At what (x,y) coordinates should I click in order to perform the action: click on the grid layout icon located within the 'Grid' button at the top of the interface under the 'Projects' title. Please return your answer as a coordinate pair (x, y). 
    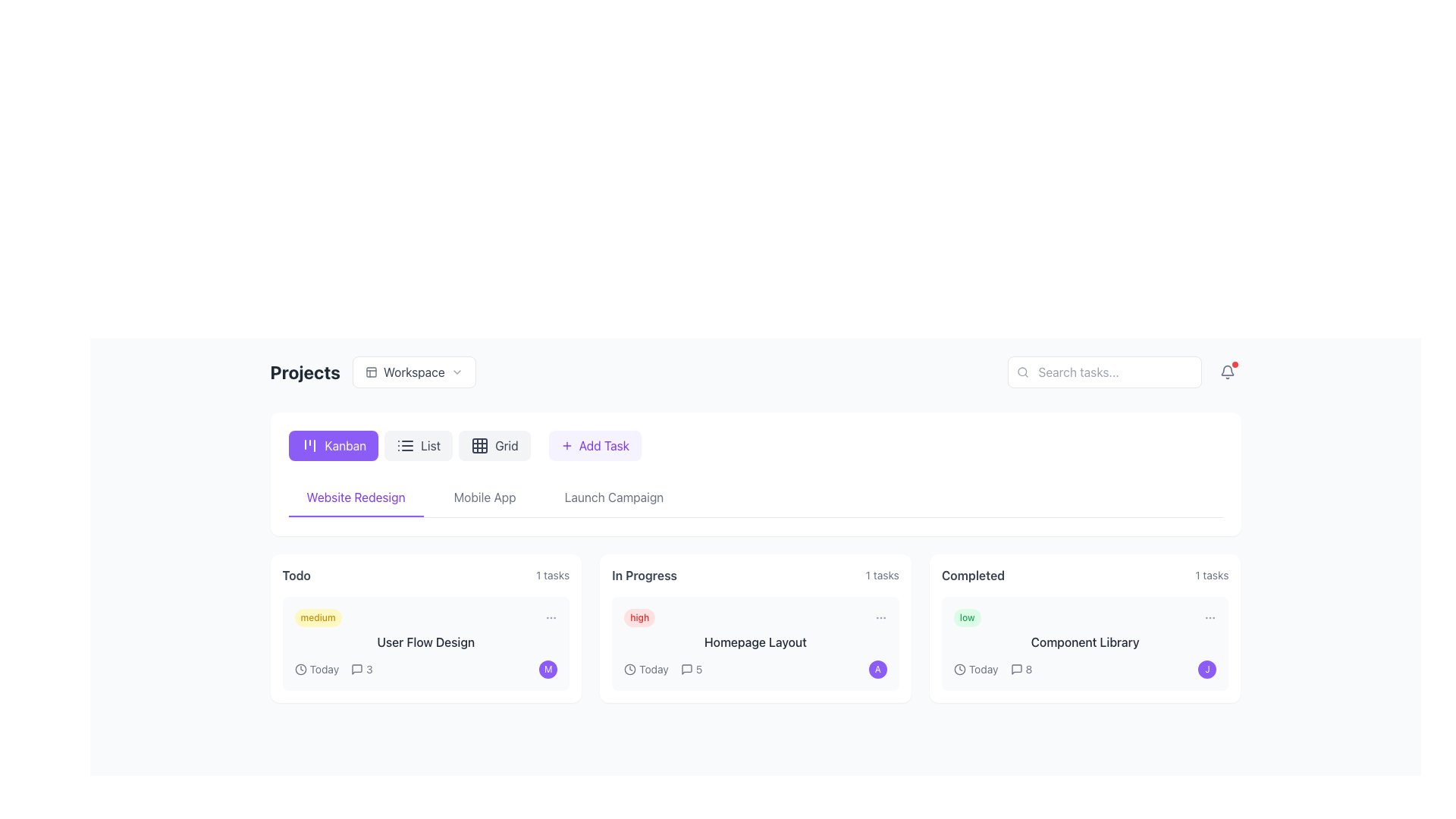
    Looking at the image, I should click on (479, 444).